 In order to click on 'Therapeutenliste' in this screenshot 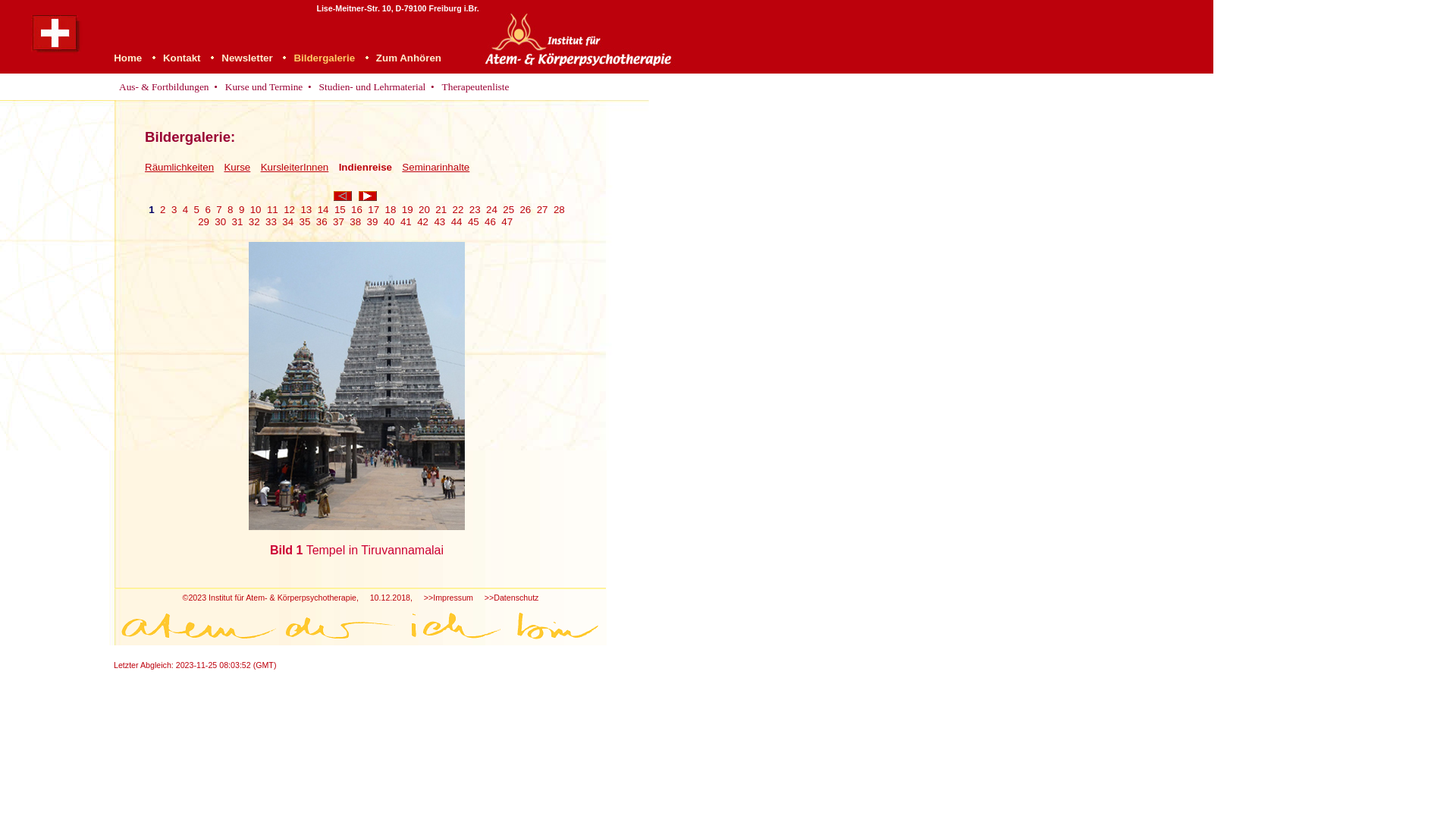, I will do `click(437, 87)`.